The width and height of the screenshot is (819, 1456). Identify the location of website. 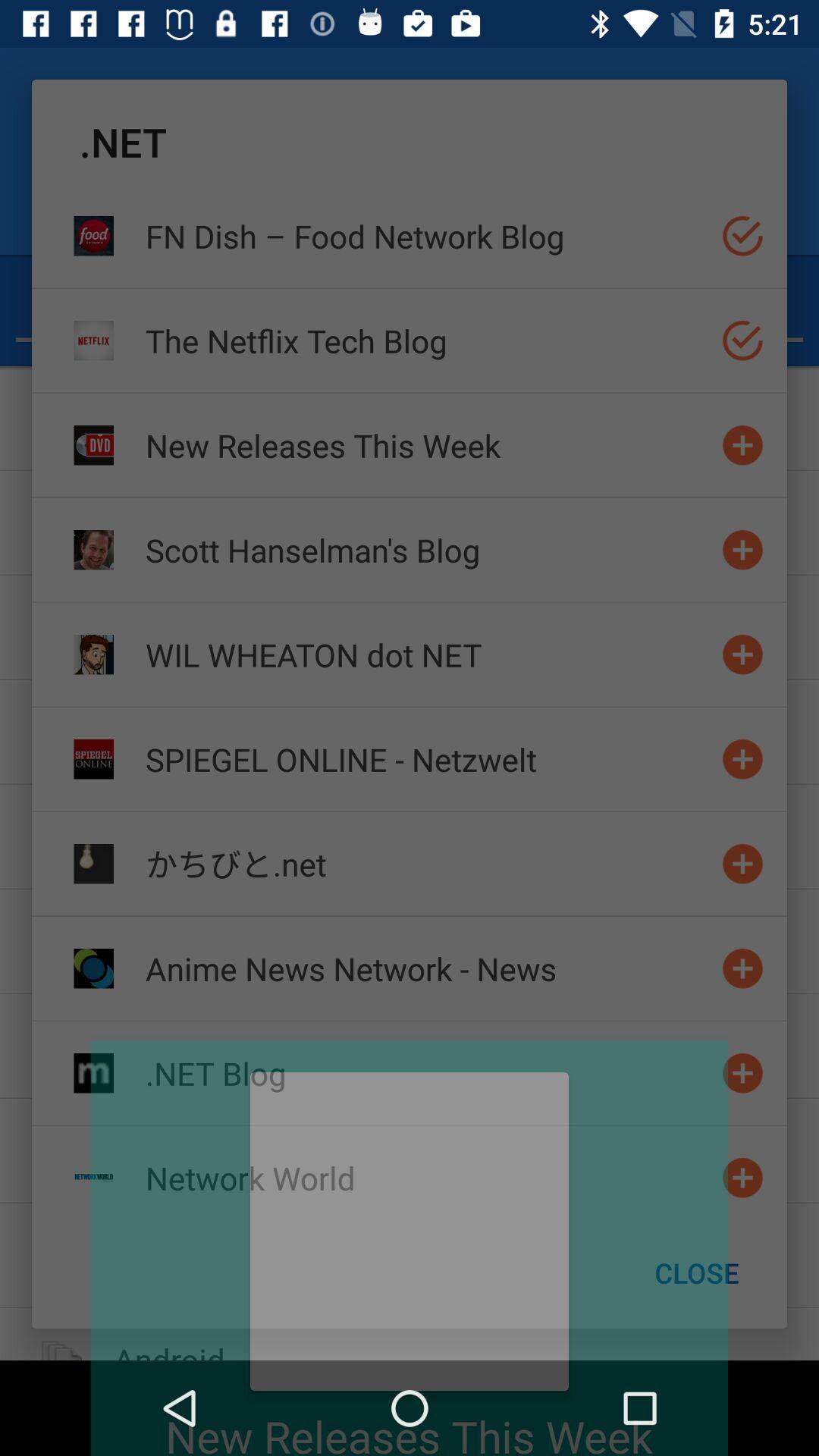
(742, 864).